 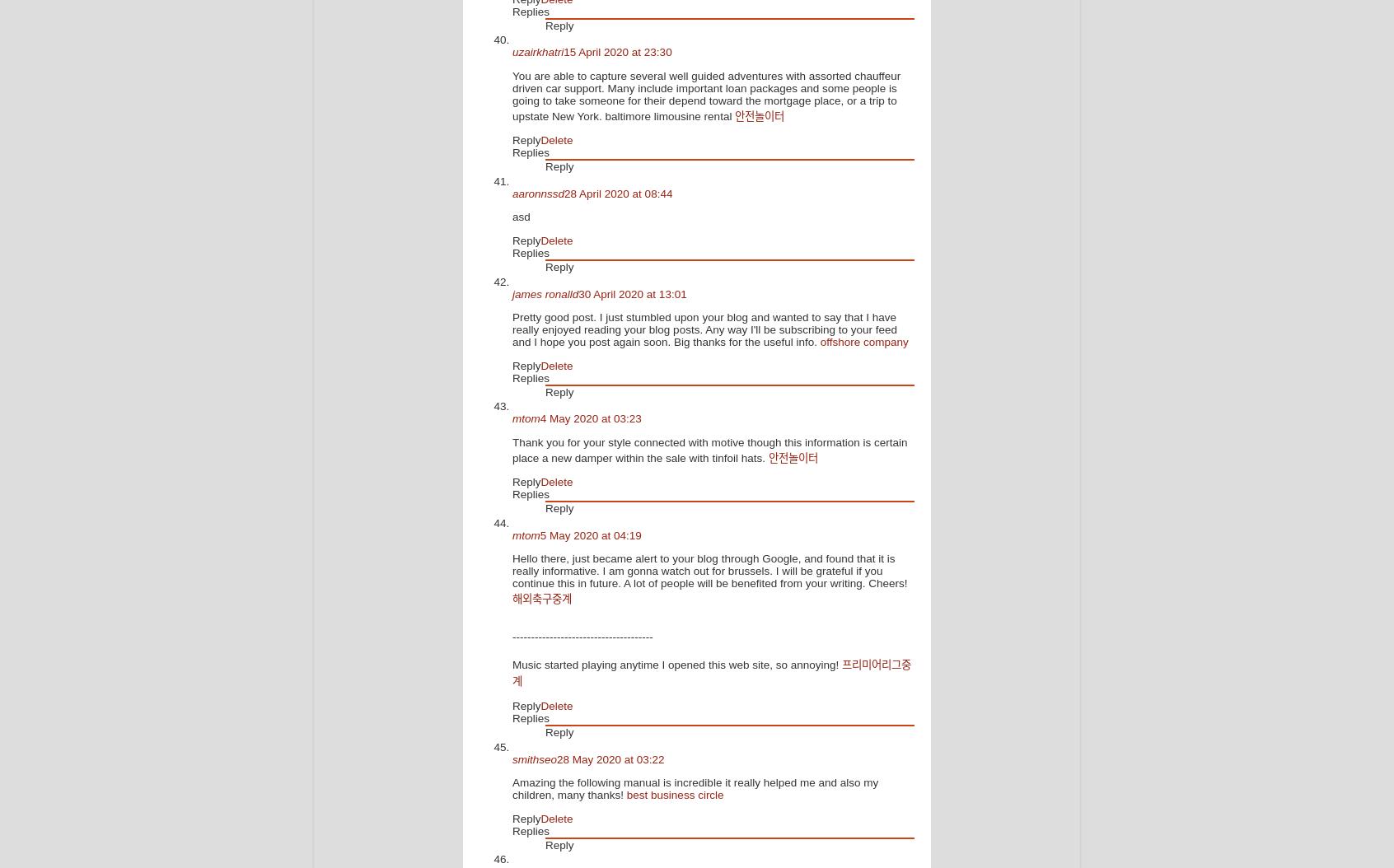 What do you see at coordinates (556, 758) in the screenshot?
I see `'28 May 2020 at 03:22'` at bounding box center [556, 758].